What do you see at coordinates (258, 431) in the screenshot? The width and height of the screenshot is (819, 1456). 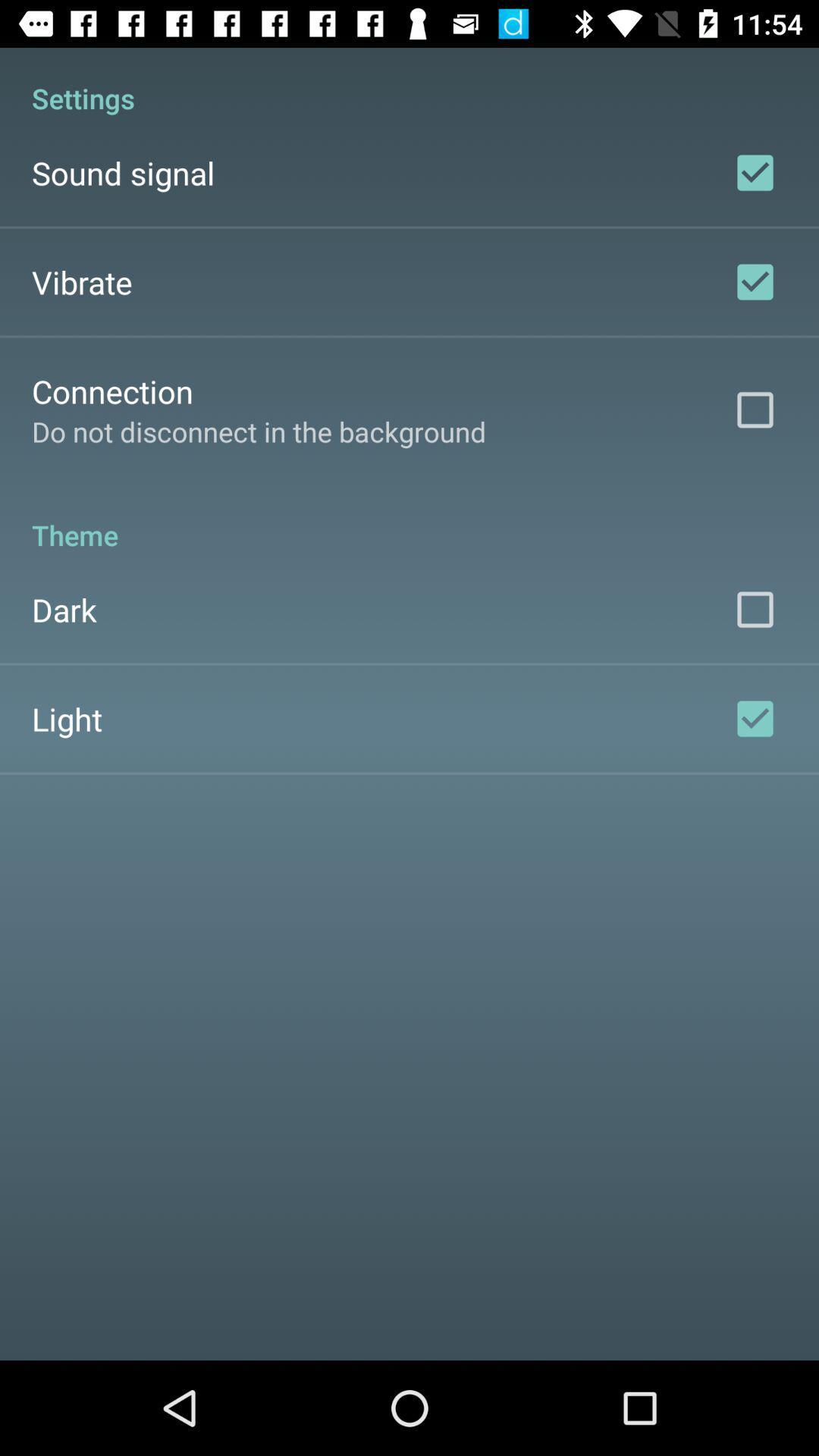 I see `the icon above theme item` at bounding box center [258, 431].